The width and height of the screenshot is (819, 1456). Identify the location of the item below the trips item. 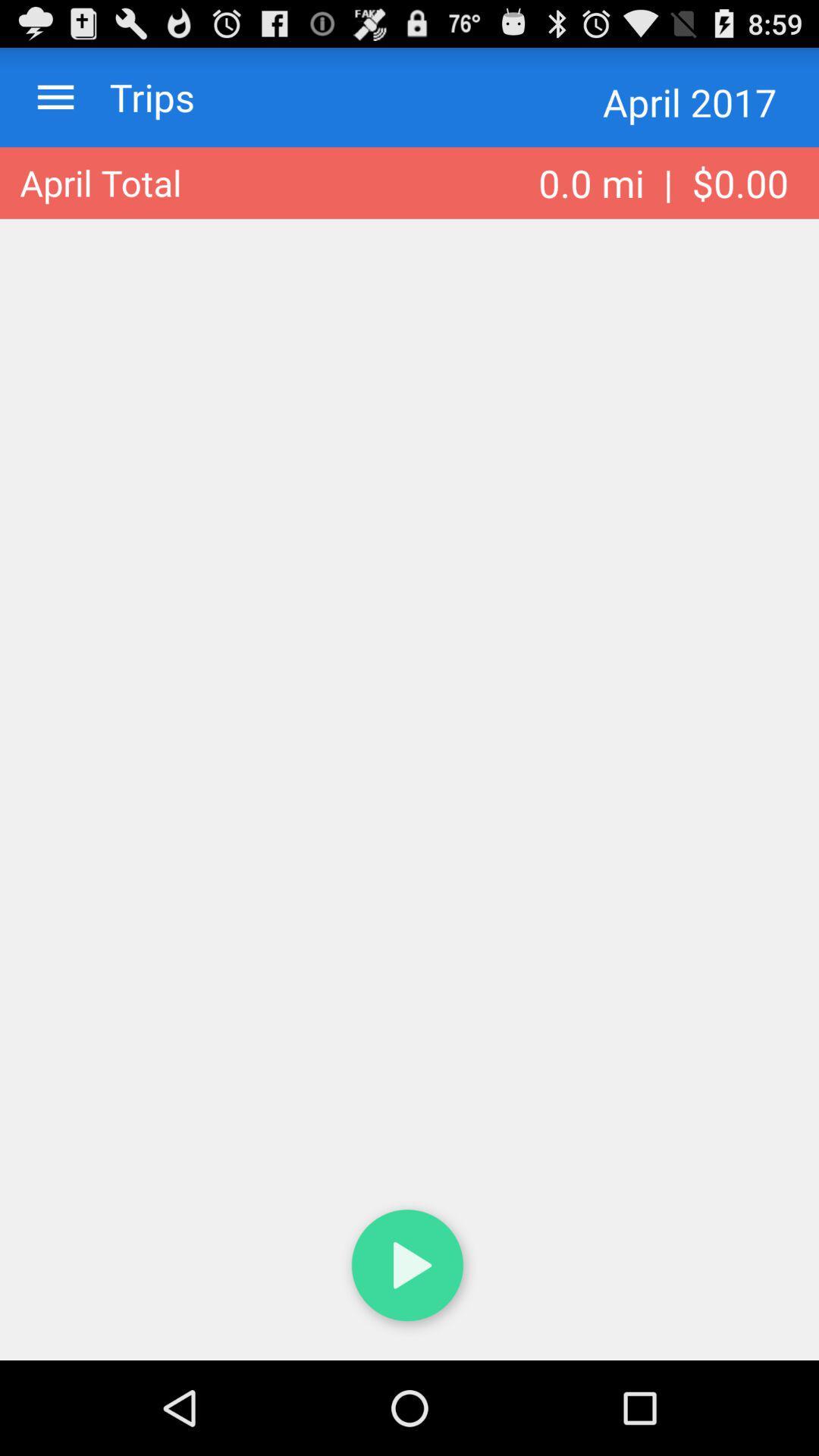
(100, 182).